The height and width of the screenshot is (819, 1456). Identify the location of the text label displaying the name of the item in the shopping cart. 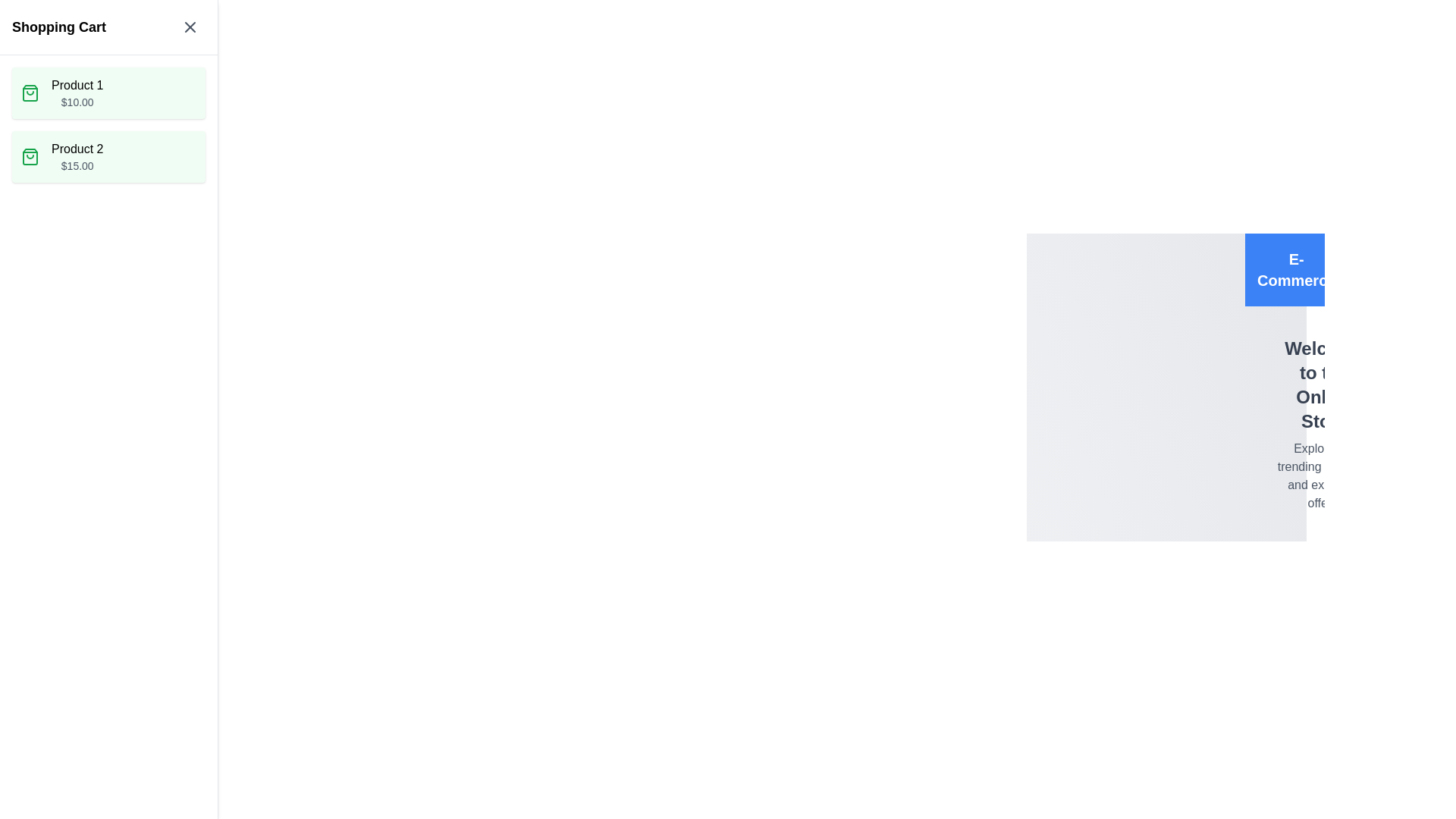
(77, 85).